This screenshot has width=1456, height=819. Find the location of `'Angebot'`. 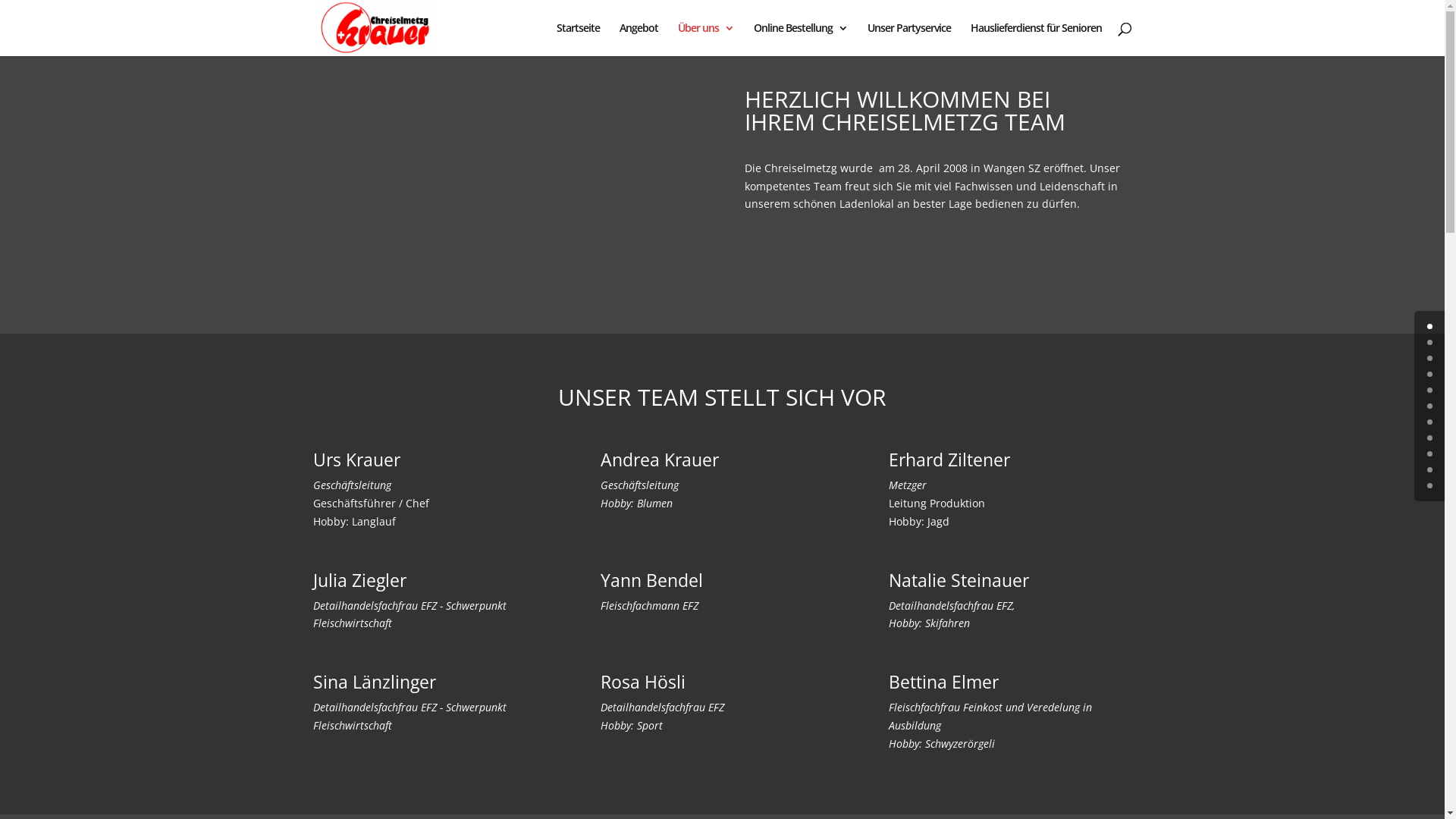

'Angebot' is located at coordinates (638, 38).